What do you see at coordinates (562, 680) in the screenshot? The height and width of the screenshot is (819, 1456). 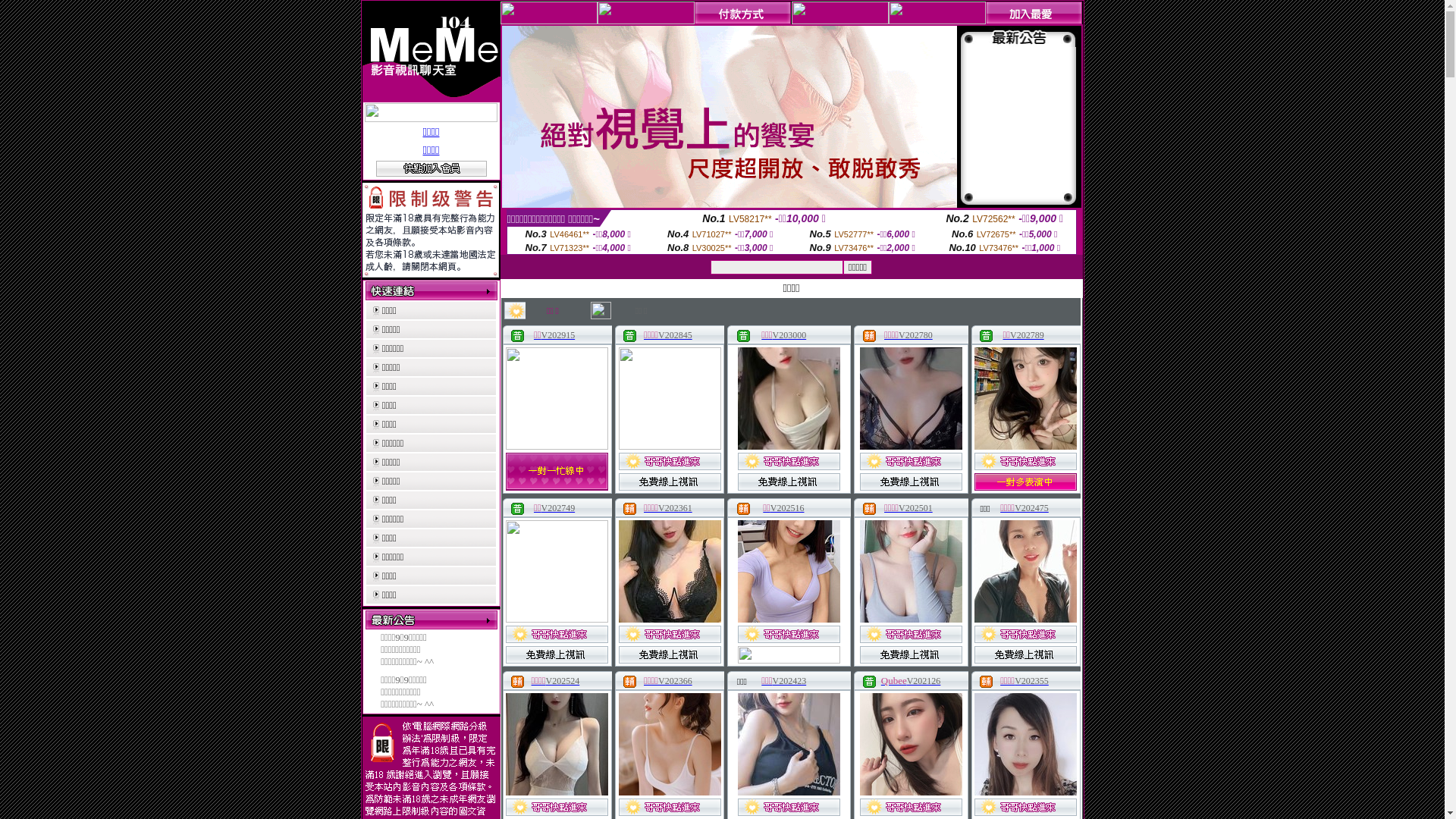 I see `'V202524'` at bounding box center [562, 680].